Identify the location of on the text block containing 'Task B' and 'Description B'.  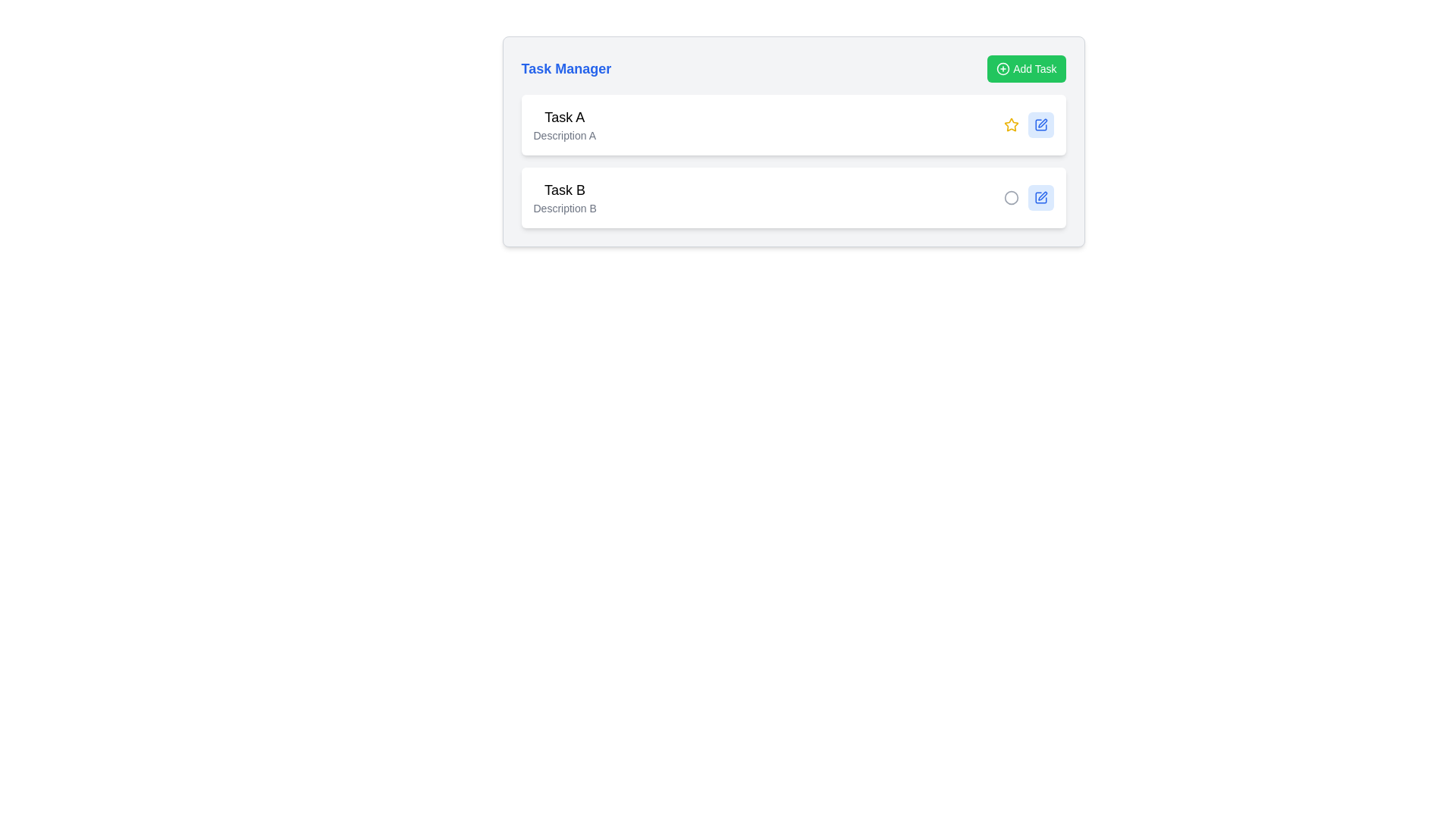
(563, 197).